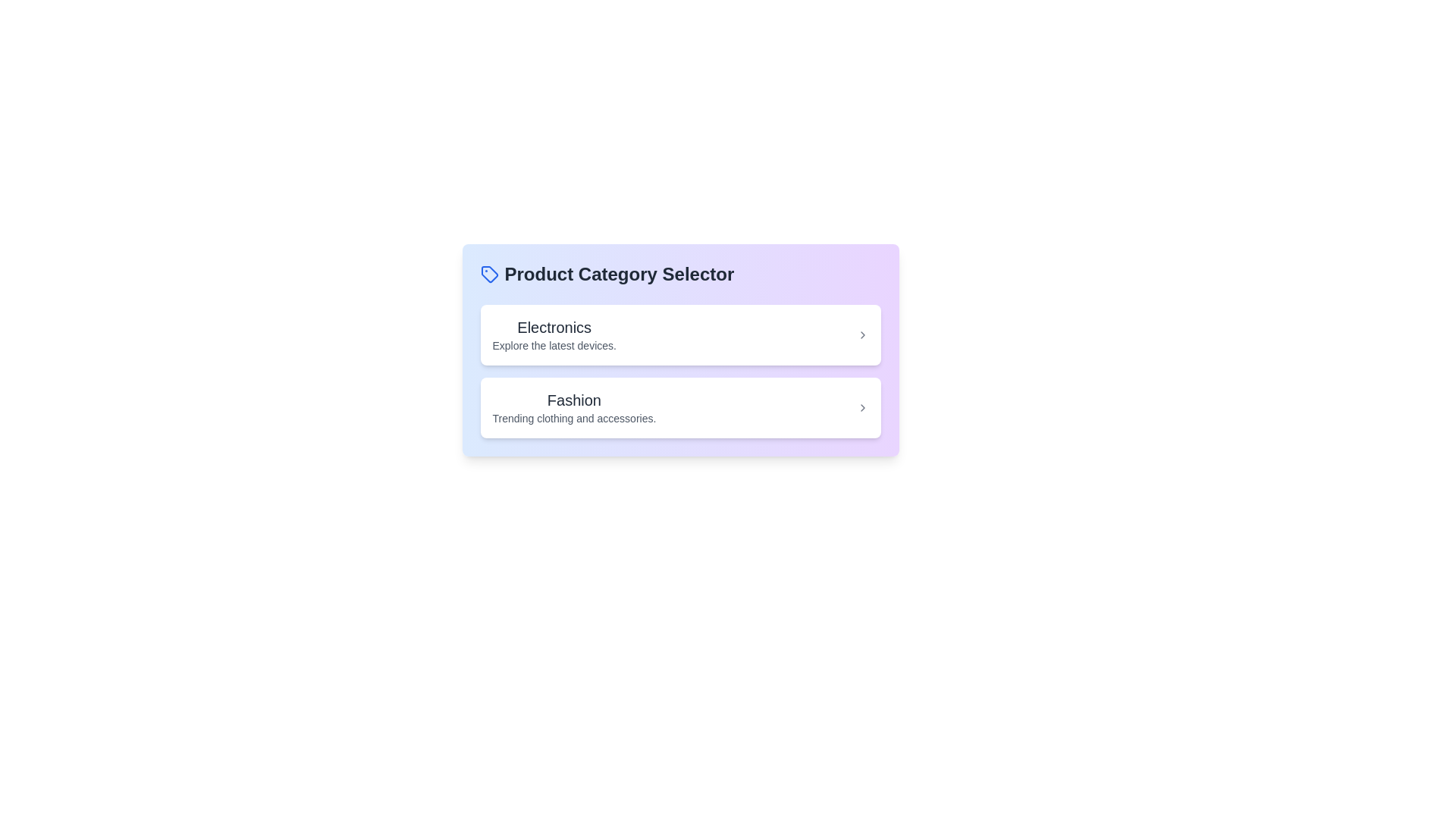  I want to click on the tag-like icon outlined in bold blue color, located to the far left of the 'Product Category Selector' header, so click(489, 275).